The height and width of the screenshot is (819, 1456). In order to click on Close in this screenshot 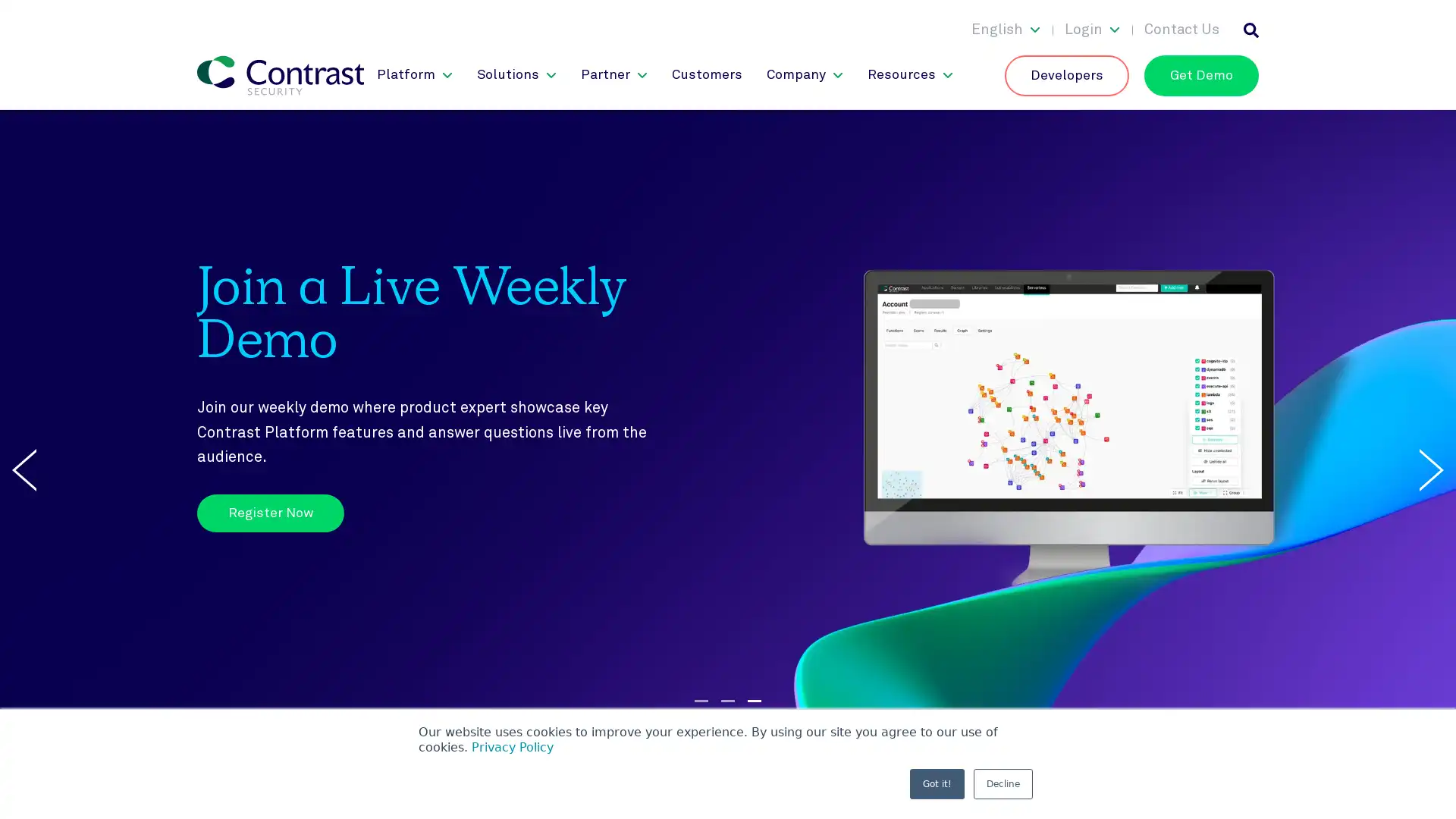, I will do `click(1429, 20)`.